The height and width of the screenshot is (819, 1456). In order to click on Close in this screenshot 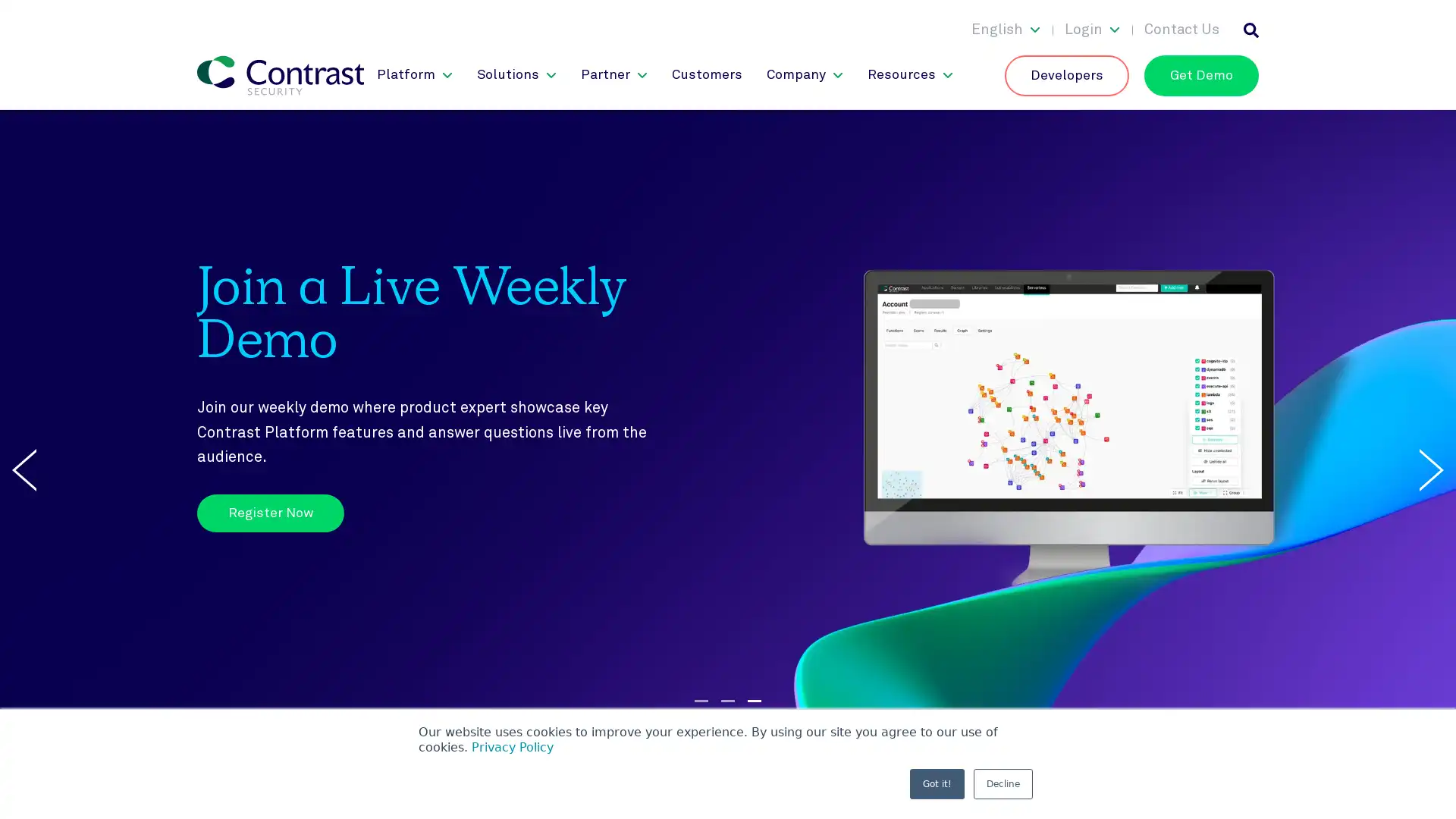, I will do `click(1429, 20)`.